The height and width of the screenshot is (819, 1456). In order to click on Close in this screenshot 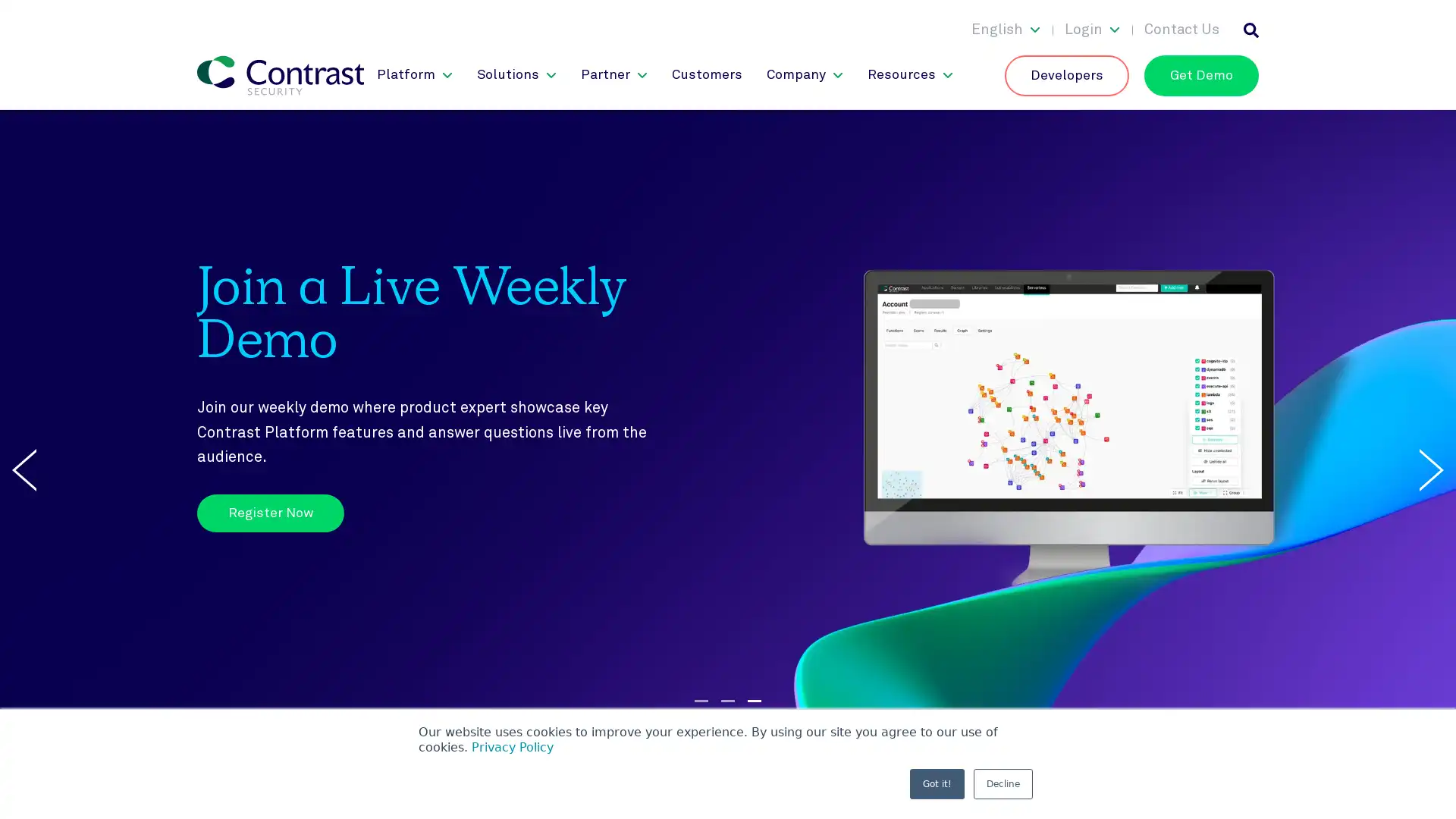, I will do `click(1429, 20)`.